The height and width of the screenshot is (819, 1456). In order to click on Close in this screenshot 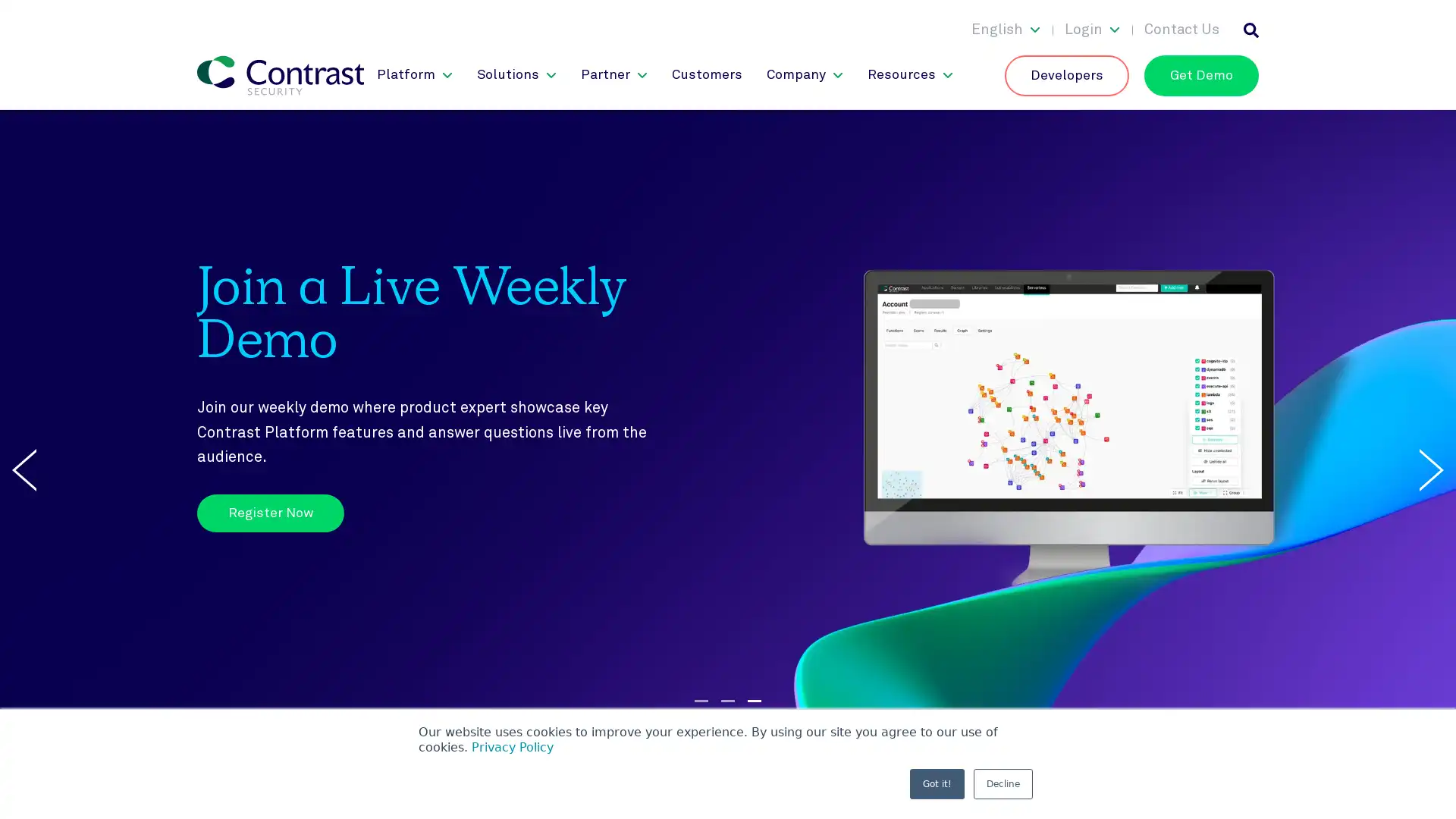, I will do `click(1429, 20)`.